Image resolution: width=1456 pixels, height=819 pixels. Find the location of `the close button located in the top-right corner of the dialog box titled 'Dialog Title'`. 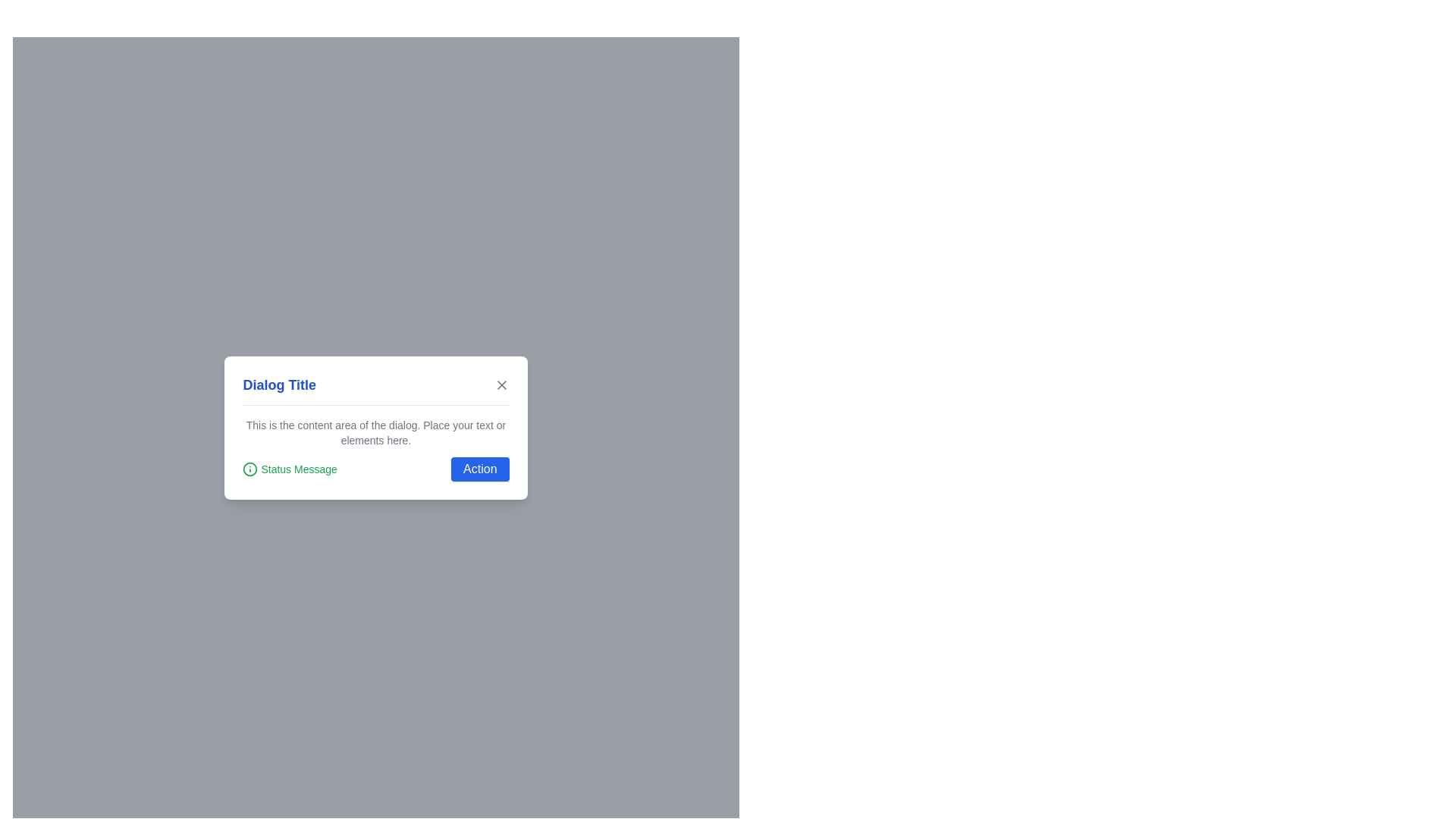

the close button located in the top-right corner of the dialog box titled 'Dialog Title' is located at coordinates (501, 384).